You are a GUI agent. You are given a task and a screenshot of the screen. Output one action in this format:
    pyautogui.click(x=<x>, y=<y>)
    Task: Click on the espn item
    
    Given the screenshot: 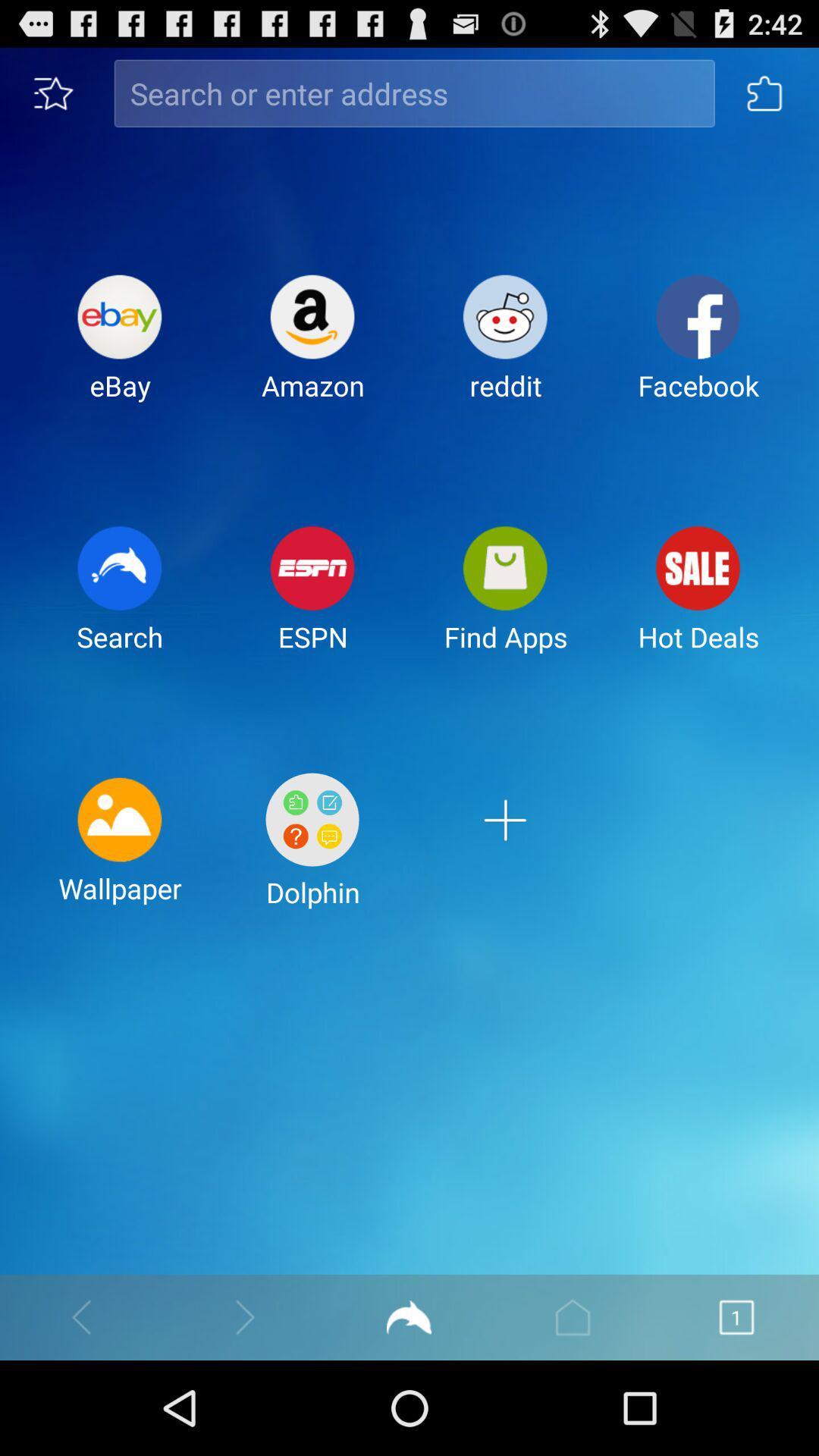 What is the action you would take?
    pyautogui.click(x=312, y=601)
    